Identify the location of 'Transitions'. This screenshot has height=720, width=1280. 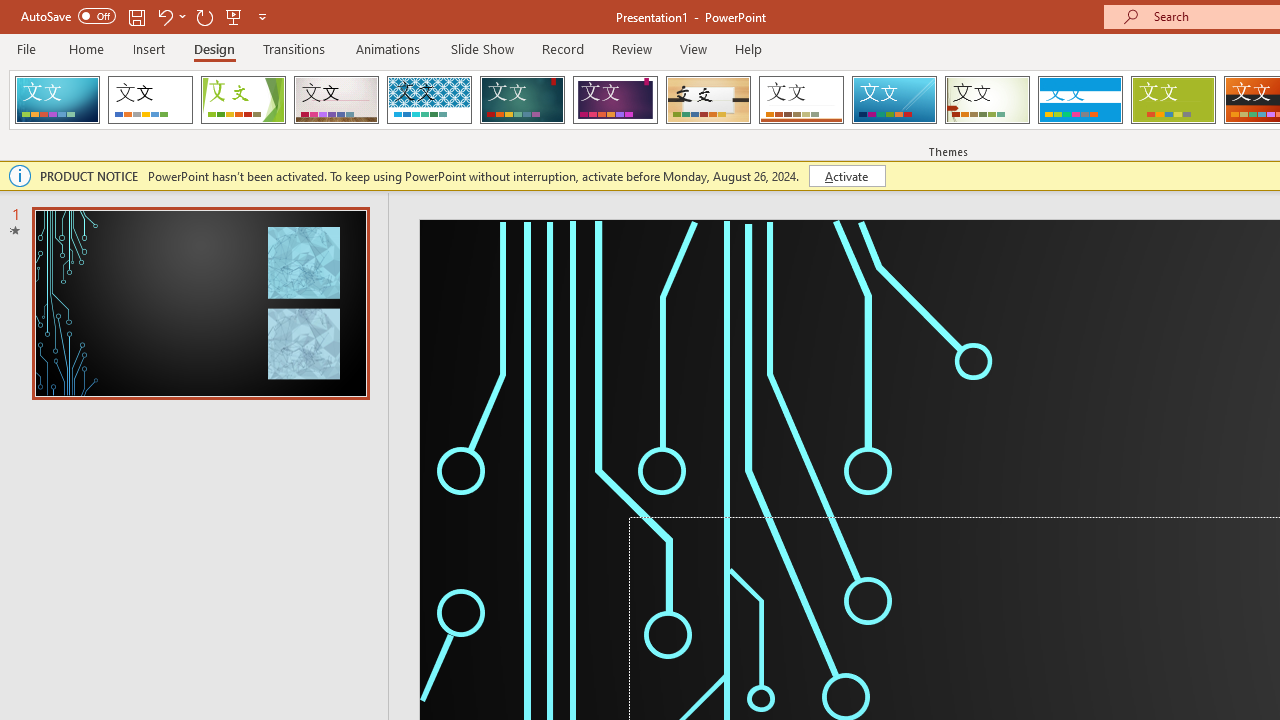
(294, 48).